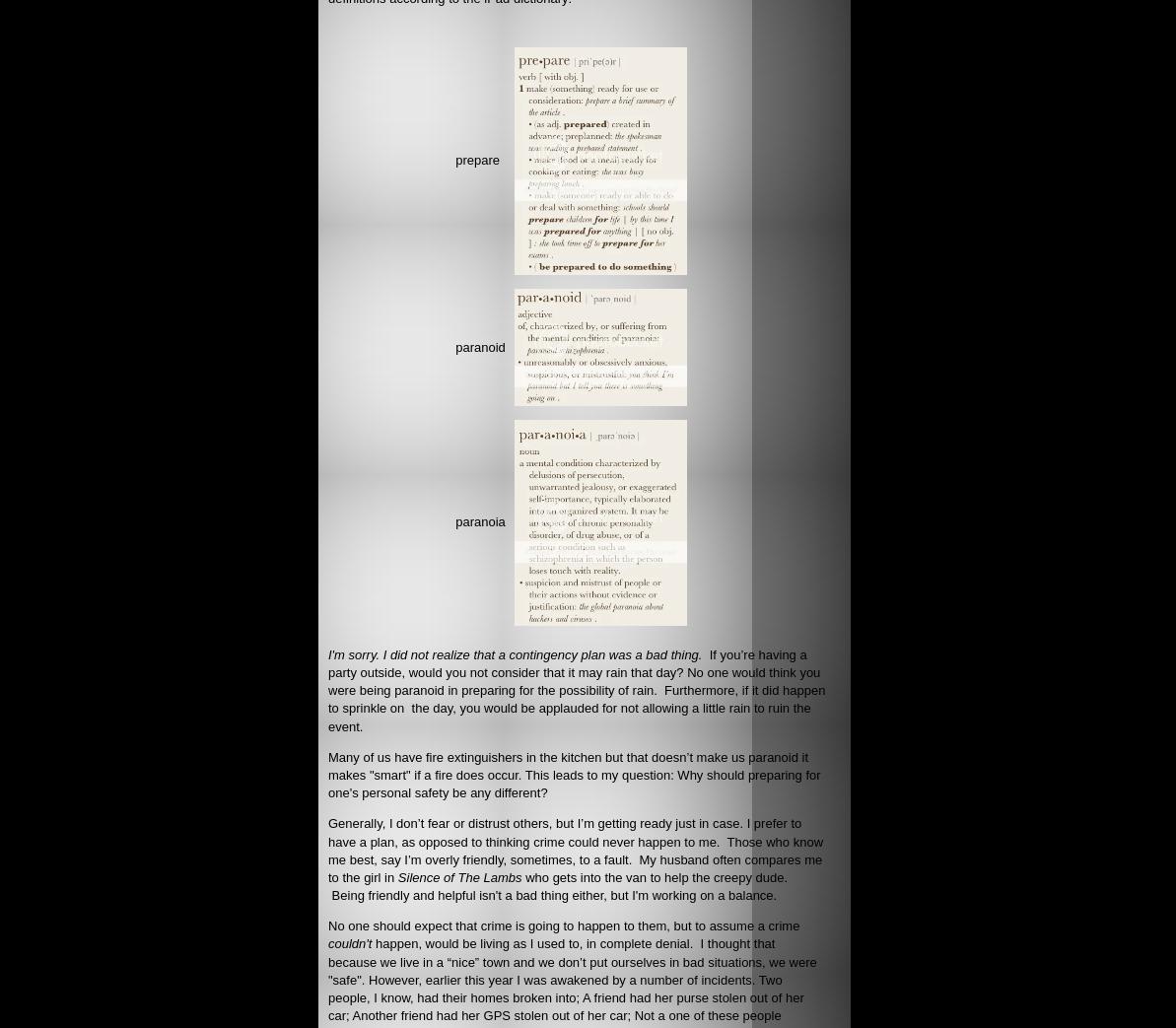 This screenshot has width=1176, height=1028. Describe the element at coordinates (350, 942) in the screenshot. I see `'couldn't'` at that location.